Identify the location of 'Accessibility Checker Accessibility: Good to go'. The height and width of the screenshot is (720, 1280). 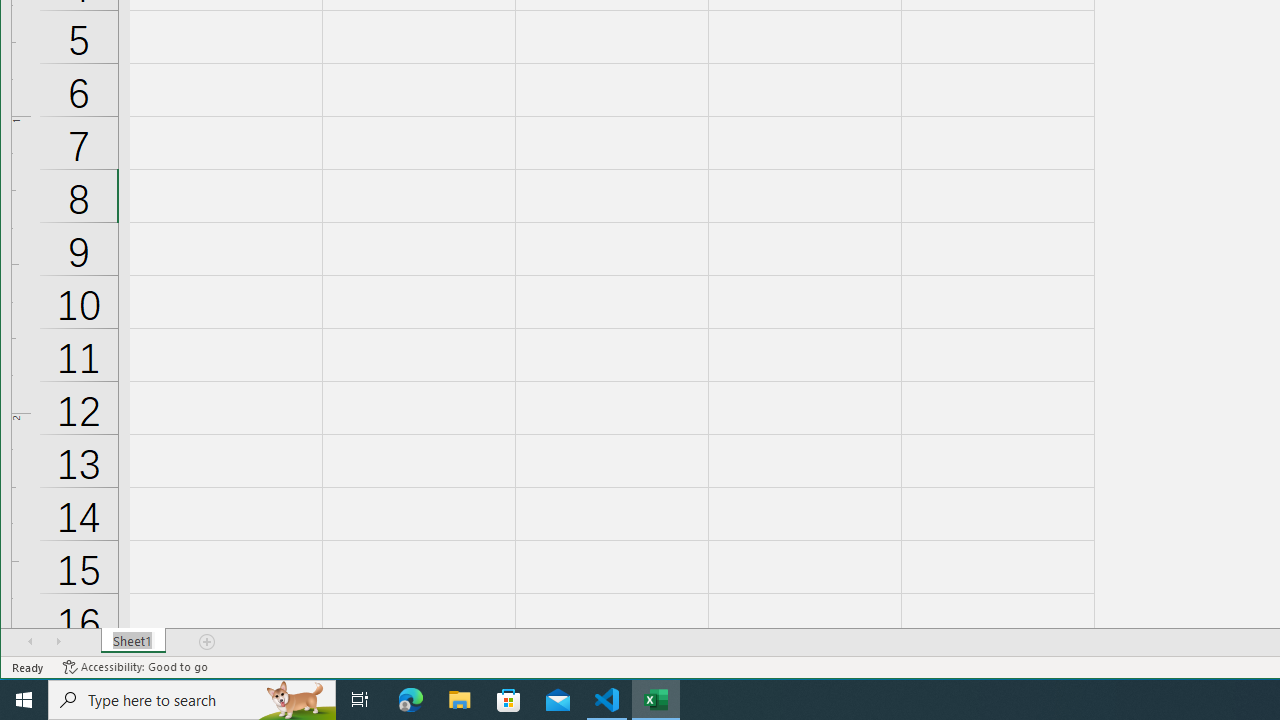
(134, 667).